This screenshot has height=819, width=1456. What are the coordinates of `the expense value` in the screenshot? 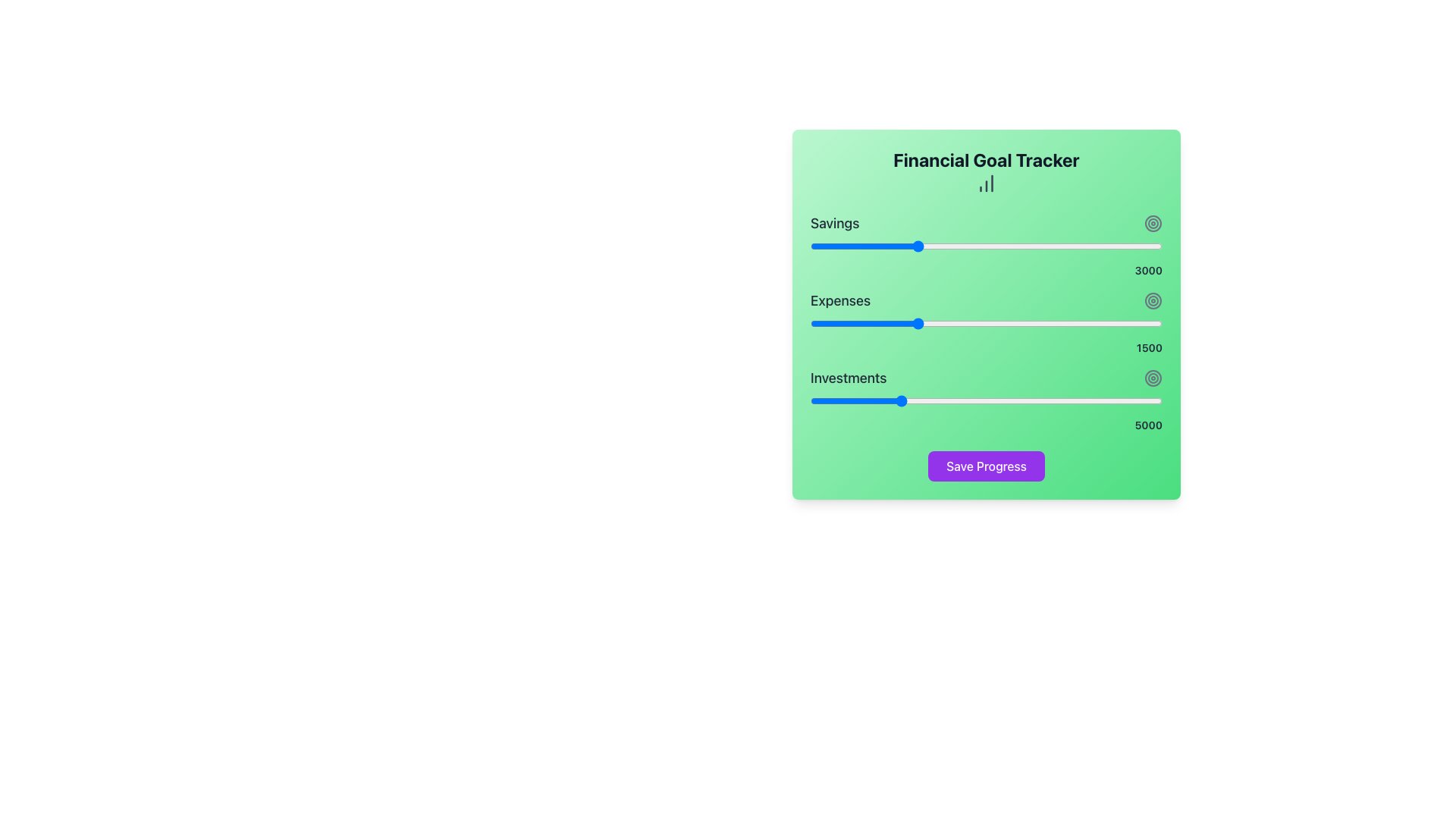 It's located at (925, 323).